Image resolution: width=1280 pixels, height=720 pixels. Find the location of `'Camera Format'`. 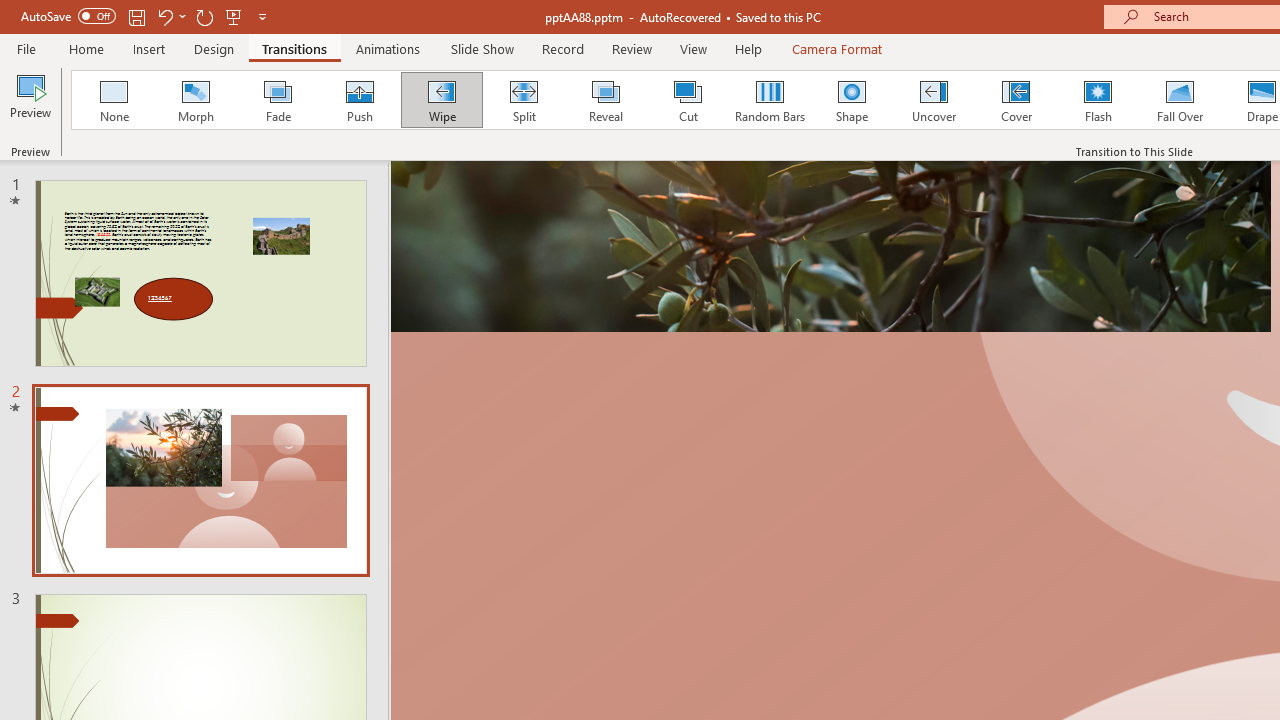

'Camera Format' is located at coordinates (837, 48).